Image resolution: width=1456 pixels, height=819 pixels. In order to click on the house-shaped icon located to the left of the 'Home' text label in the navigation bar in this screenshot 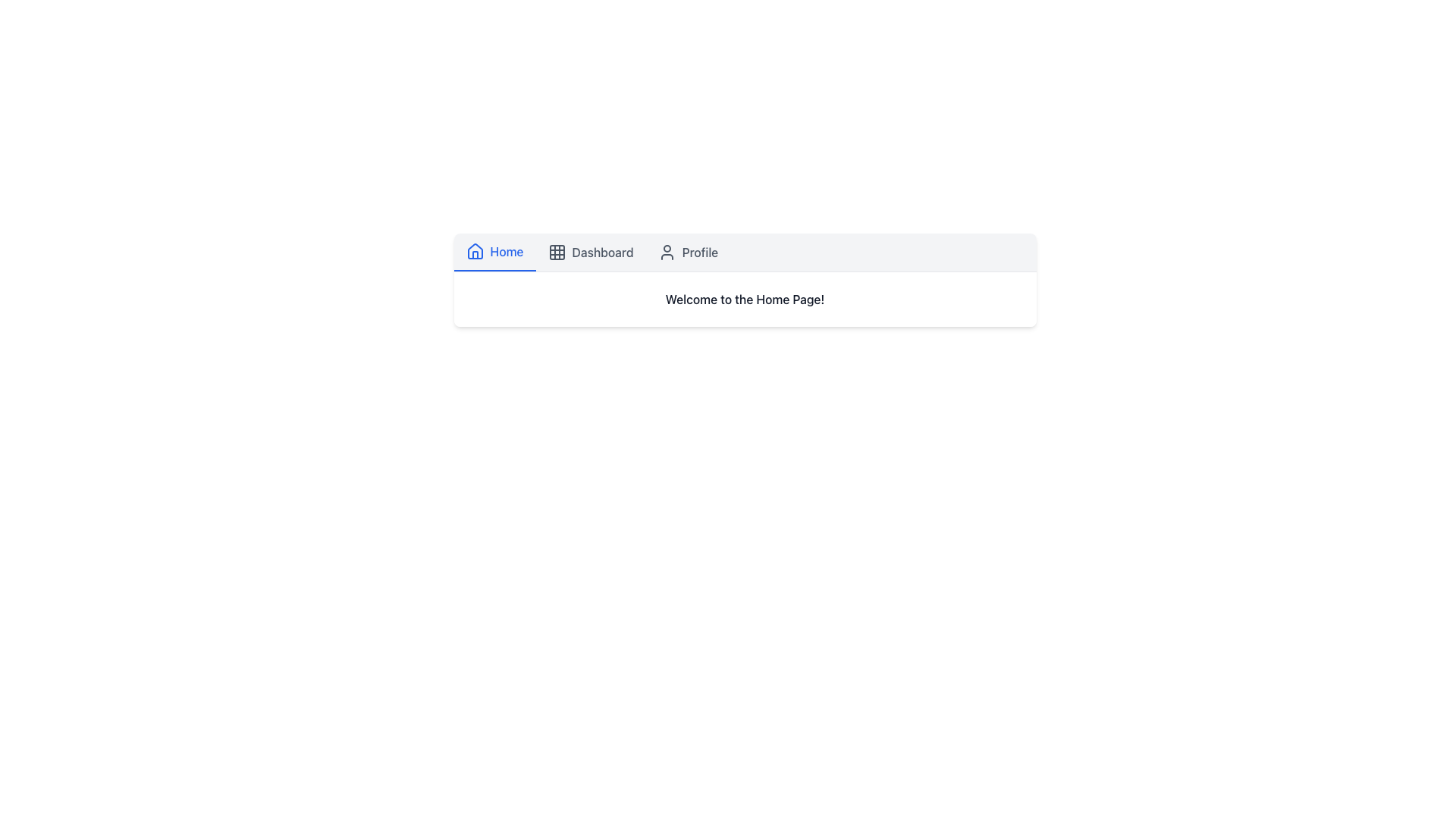, I will do `click(474, 250)`.